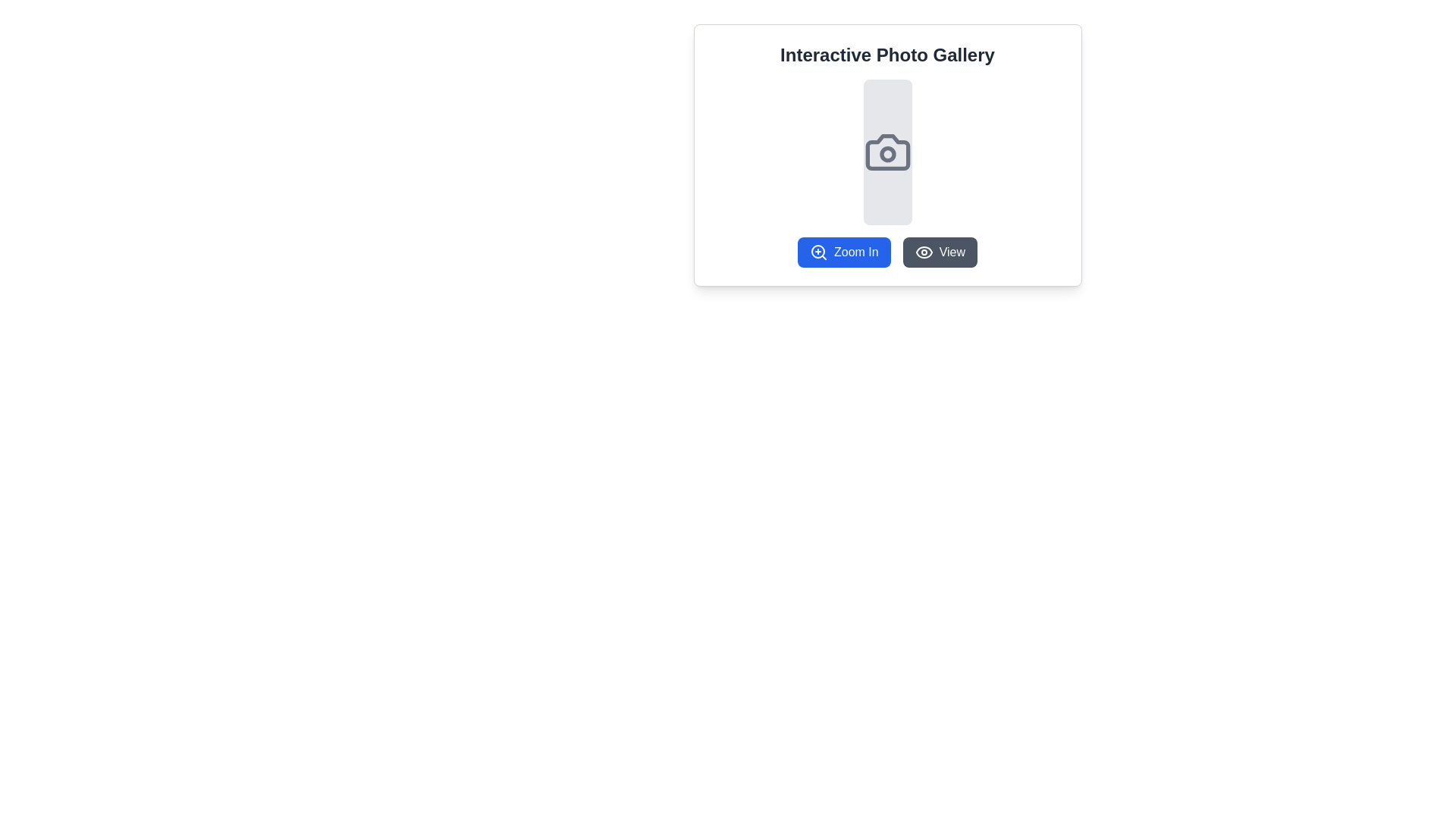 The height and width of the screenshot is (819, 1456). Describe the element at coordinates (887, 251) in the screenshot. I see `the zoom-in button located on the left side of the horizontally-aligned buttons in the photo gallery, adjacent to the 'View' button` at that location.